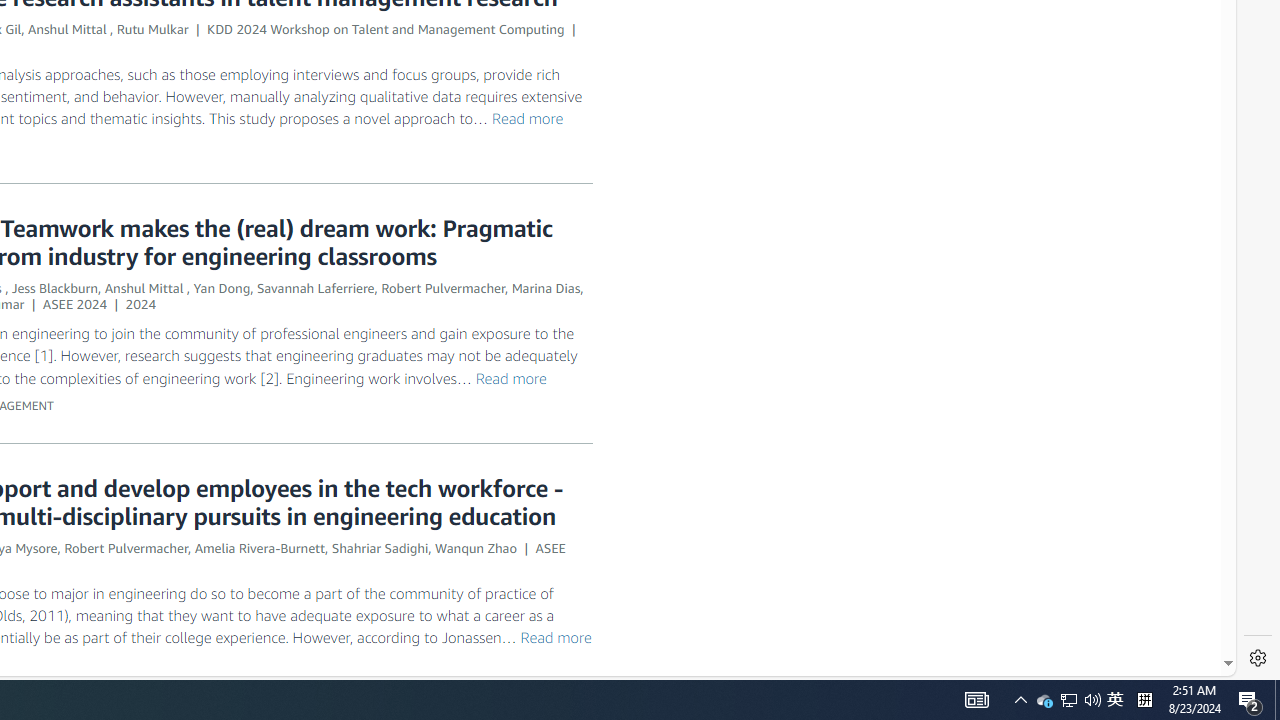 This screenshot has width=1280, height=720. What do you see at coordinates (545, 288) in the screenshot?
I see `'Marina Dias'` at bounding box center [545, 288].